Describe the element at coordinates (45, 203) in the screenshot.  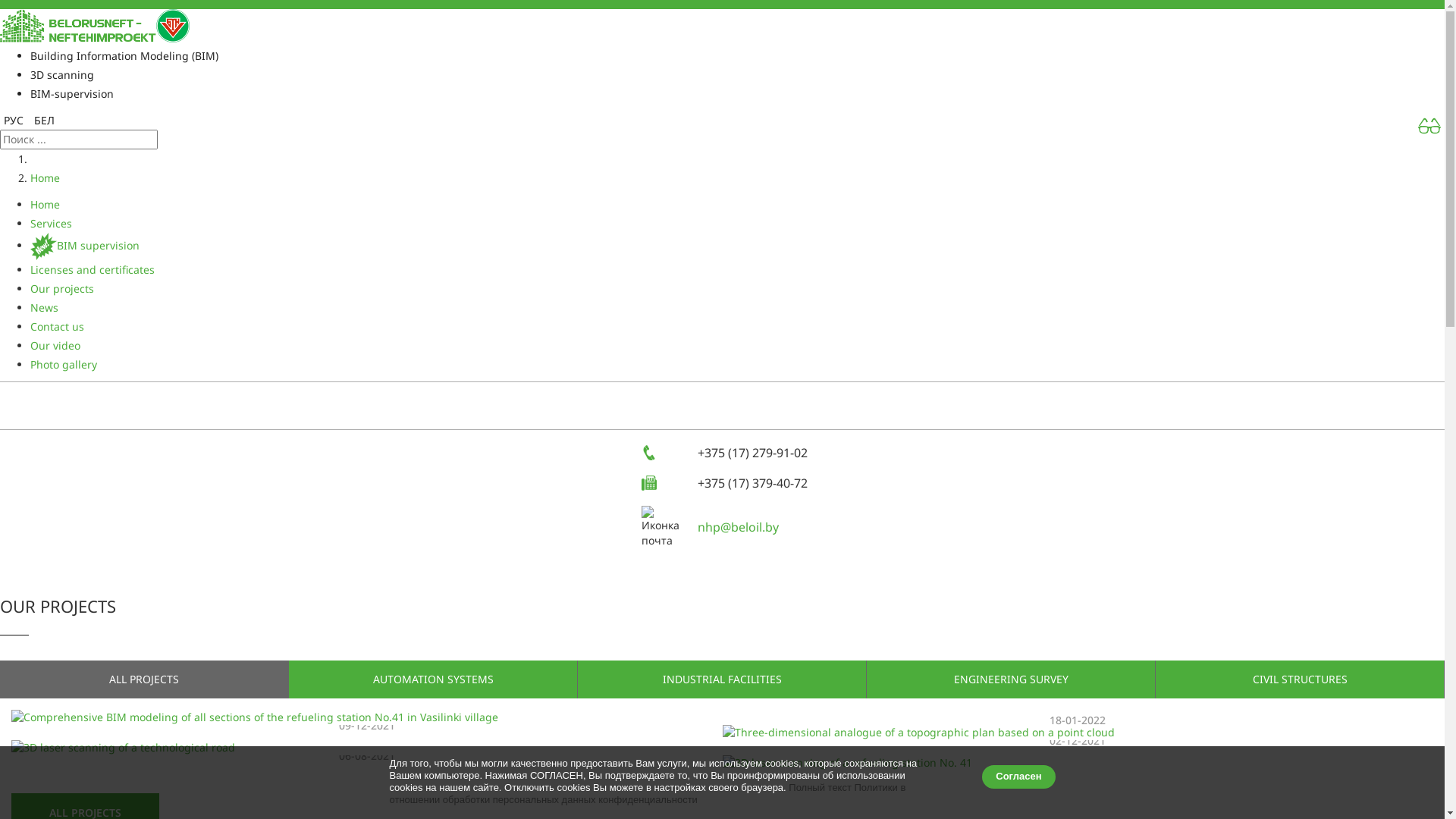
I see `'Home'` at that location.